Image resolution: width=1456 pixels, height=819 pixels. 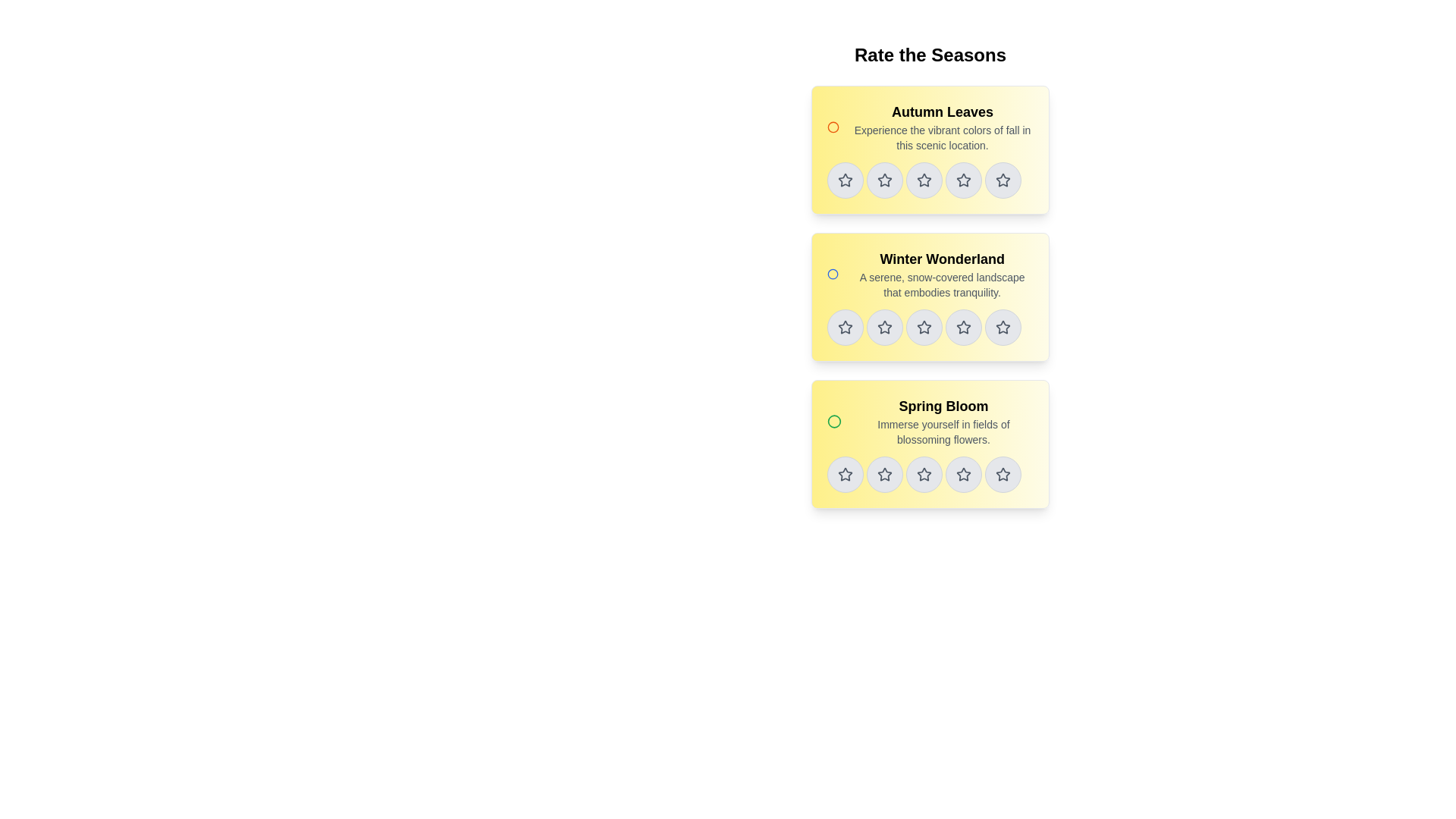 I want to click on the fourth star in the horizontal row of five rating stars located in the 'Winter Wonderland' section, so click(x=963, y=327).